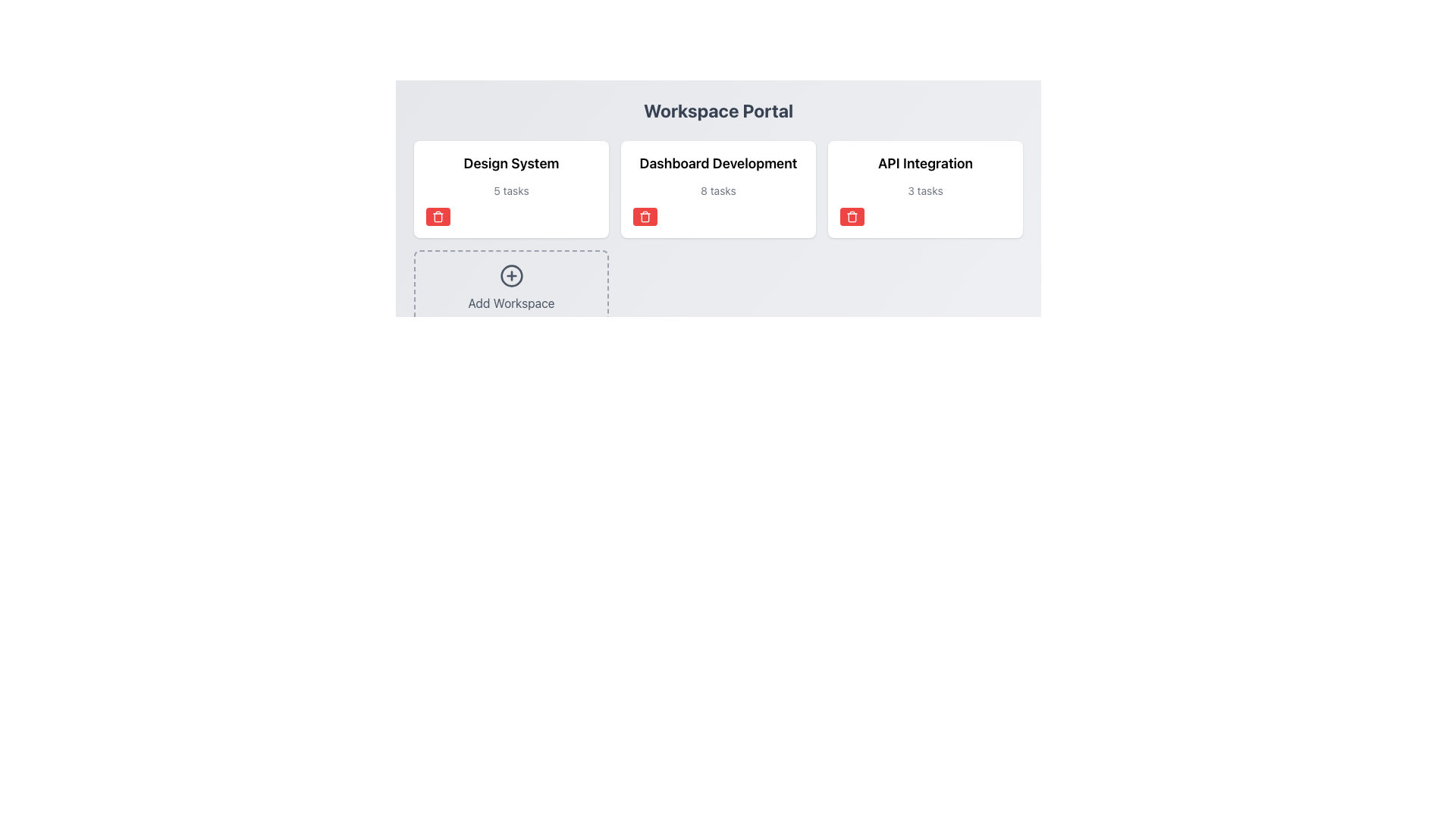  I want to click on the text label that reads 'API Integration', which is styled in large, bold font and positioned above the text '3 tasks', so click(924, 164).